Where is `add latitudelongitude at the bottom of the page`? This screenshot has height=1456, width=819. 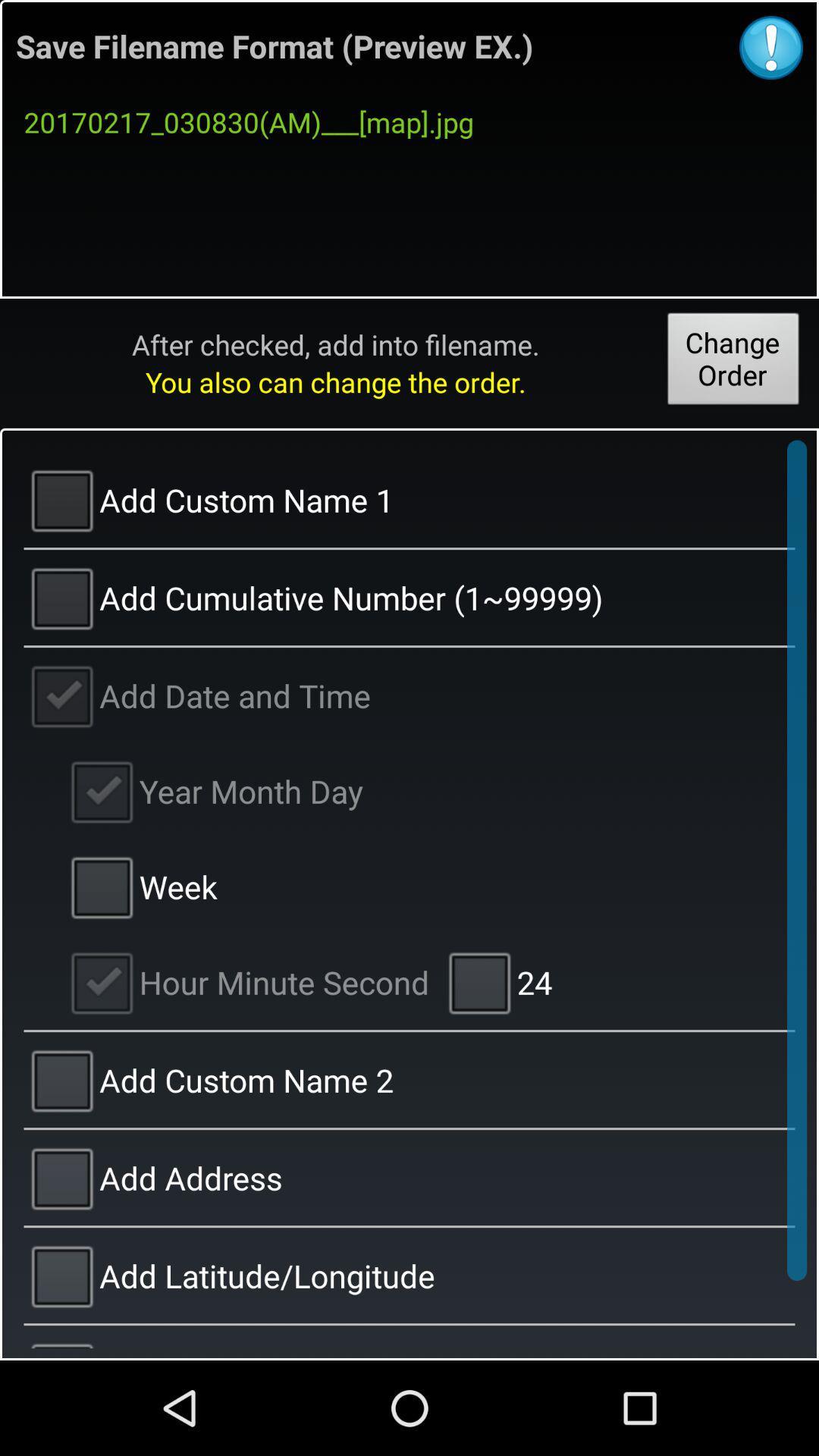 add latitudelongitude at the bottom of the page is located at coordinates (409, 1274).